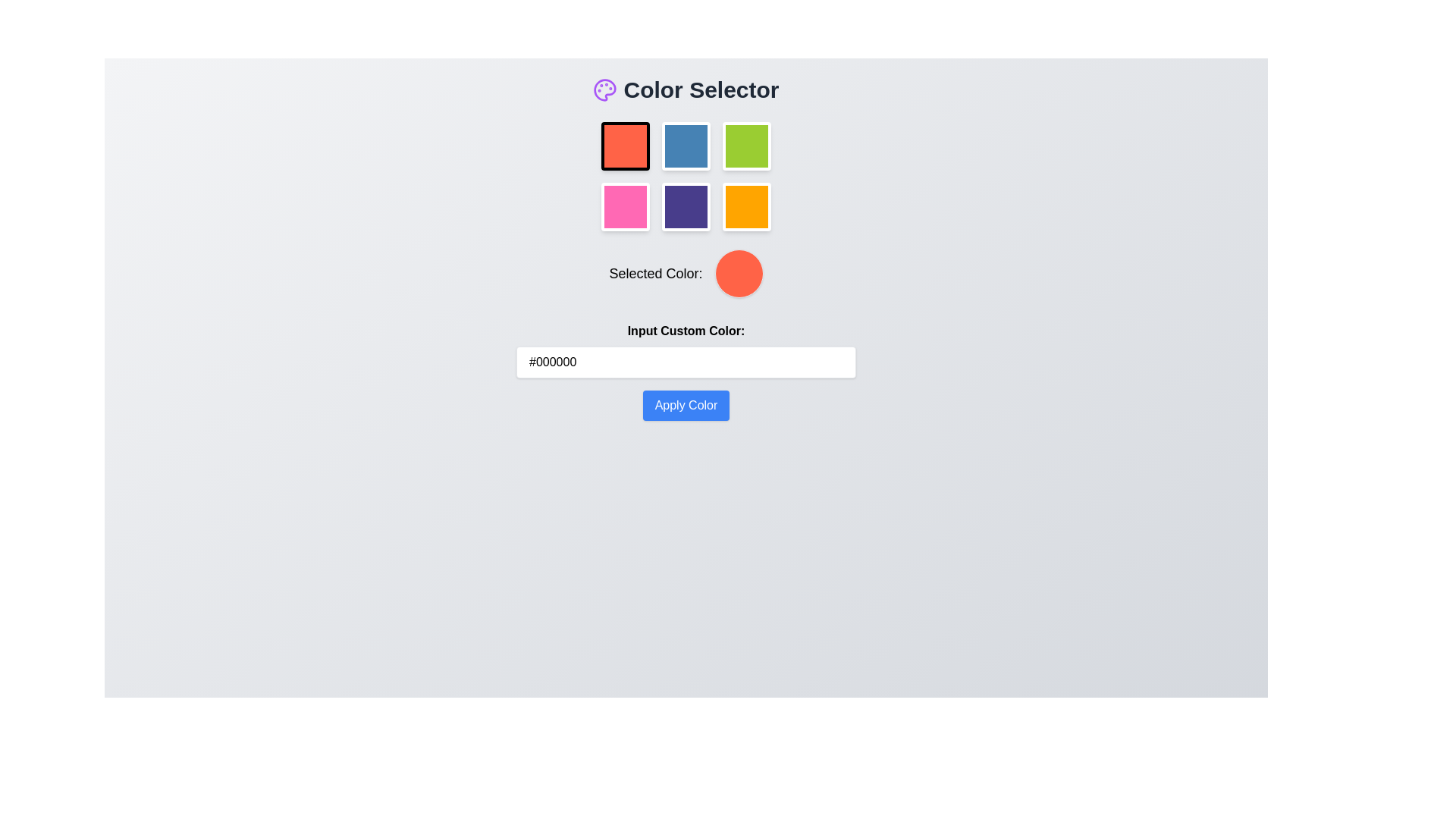 The height and width of the screenshot is (819, 1456). What do you see at coordinates (686, 207) in the screenshot?
I see `the deep purple square button with rounded corners and a white border located below the 'Color Selector' title` at bounding box center [686, 207].